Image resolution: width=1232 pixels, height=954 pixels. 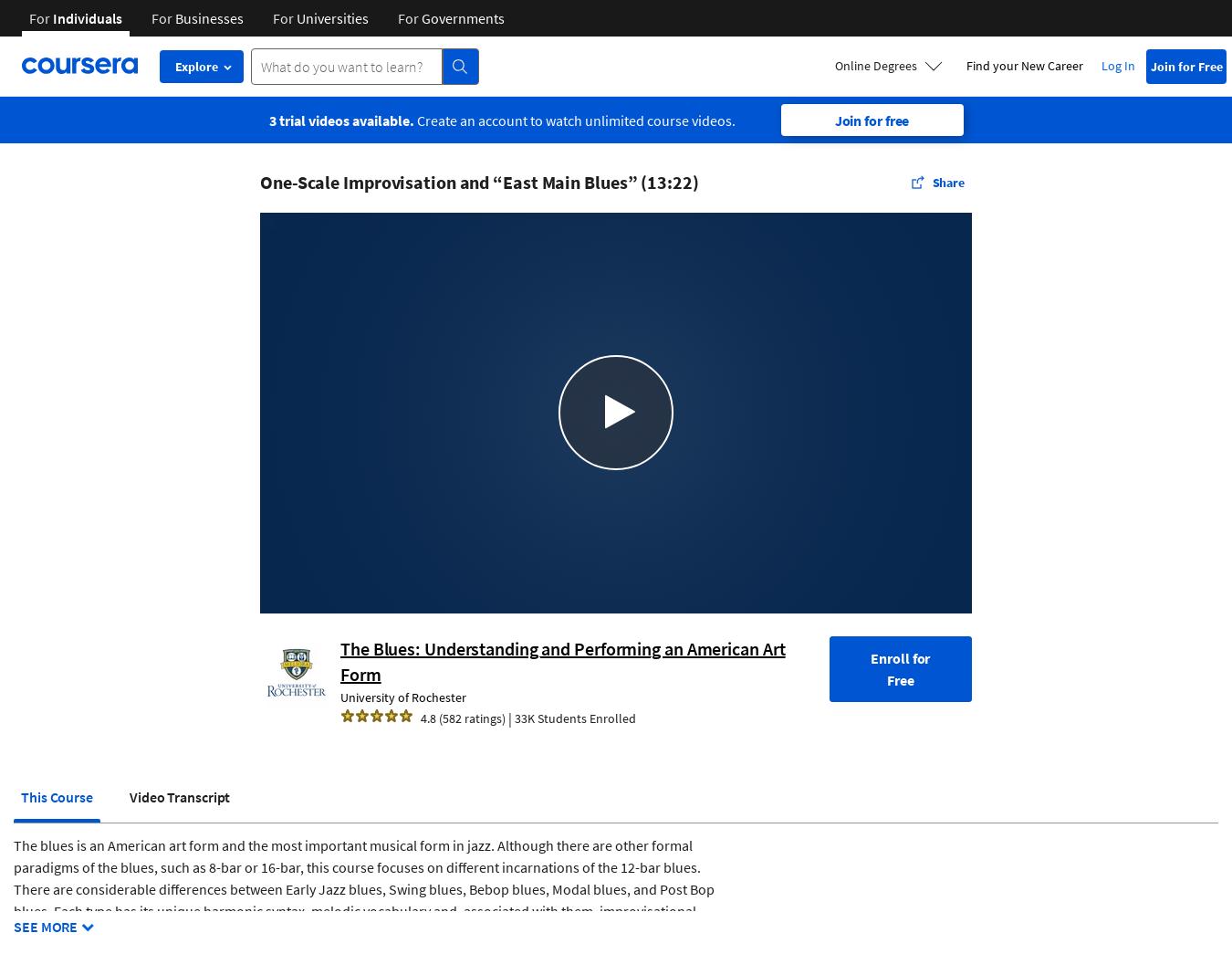 What do you see at coordinates (19, 794) in the screenshot?
I see `'This Course'` at bounding box center [19, 794].